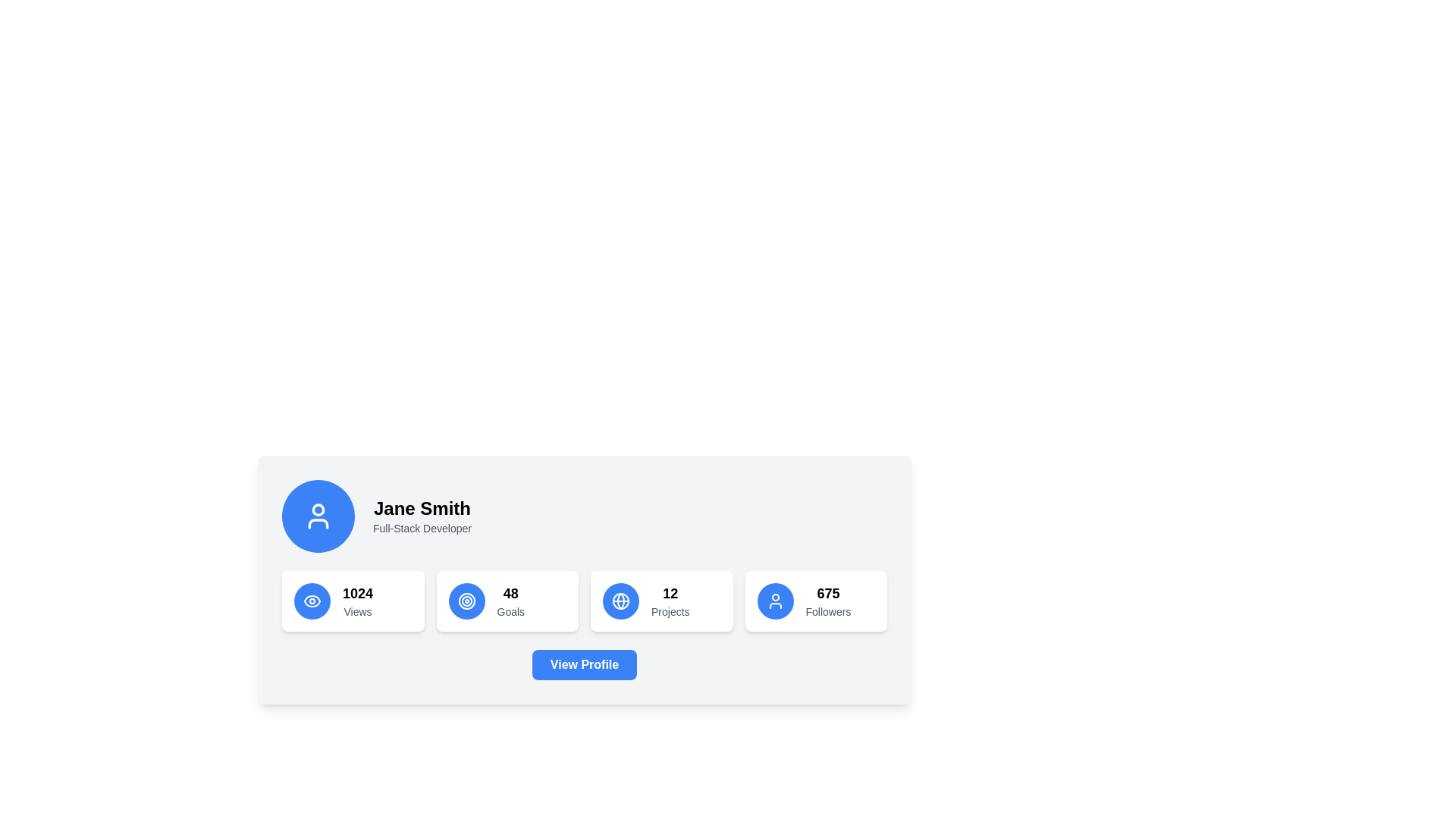  Describe the element at coordinates (661, 601) in the screenshot. I see `the informational display card that shows '12 Projects', which is the third card in a horizontal grid, featuring a blue globe icon and bold text` at that location.